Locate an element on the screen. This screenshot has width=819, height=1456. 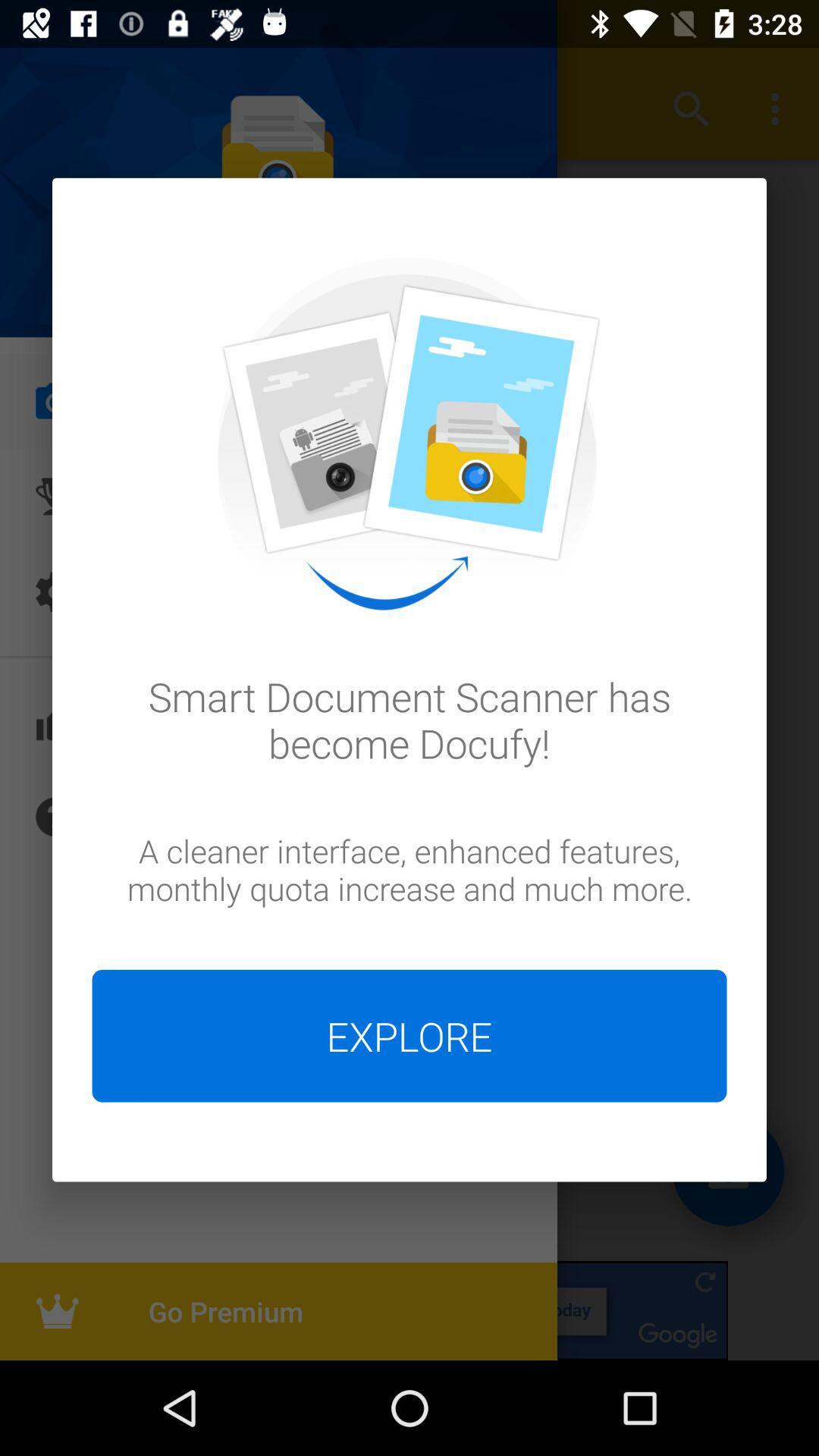
icon below a cleaner interface is located at coordinates (409, 1035).